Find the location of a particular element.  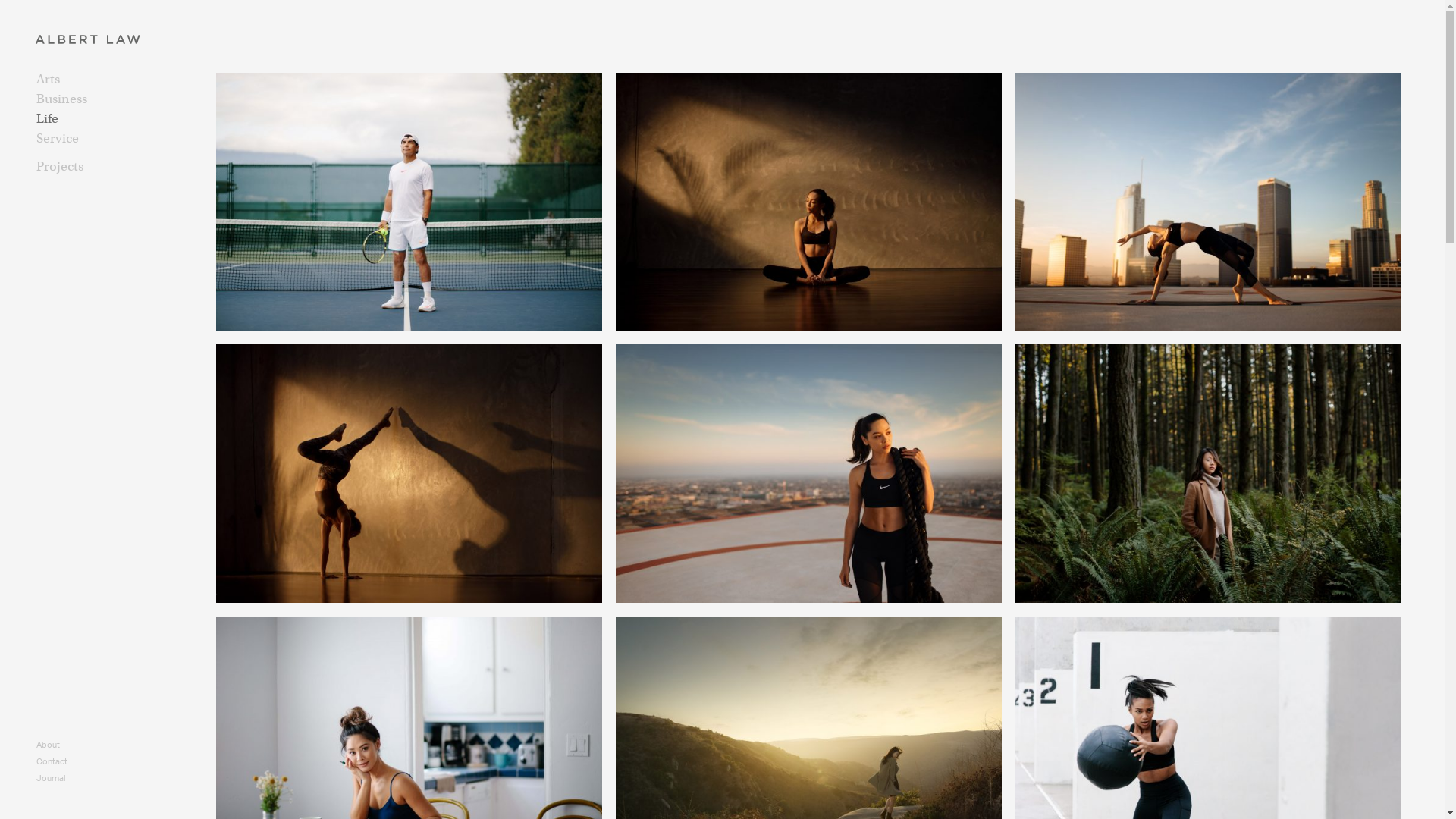

'Arts' is located at coordinates (127, 79).